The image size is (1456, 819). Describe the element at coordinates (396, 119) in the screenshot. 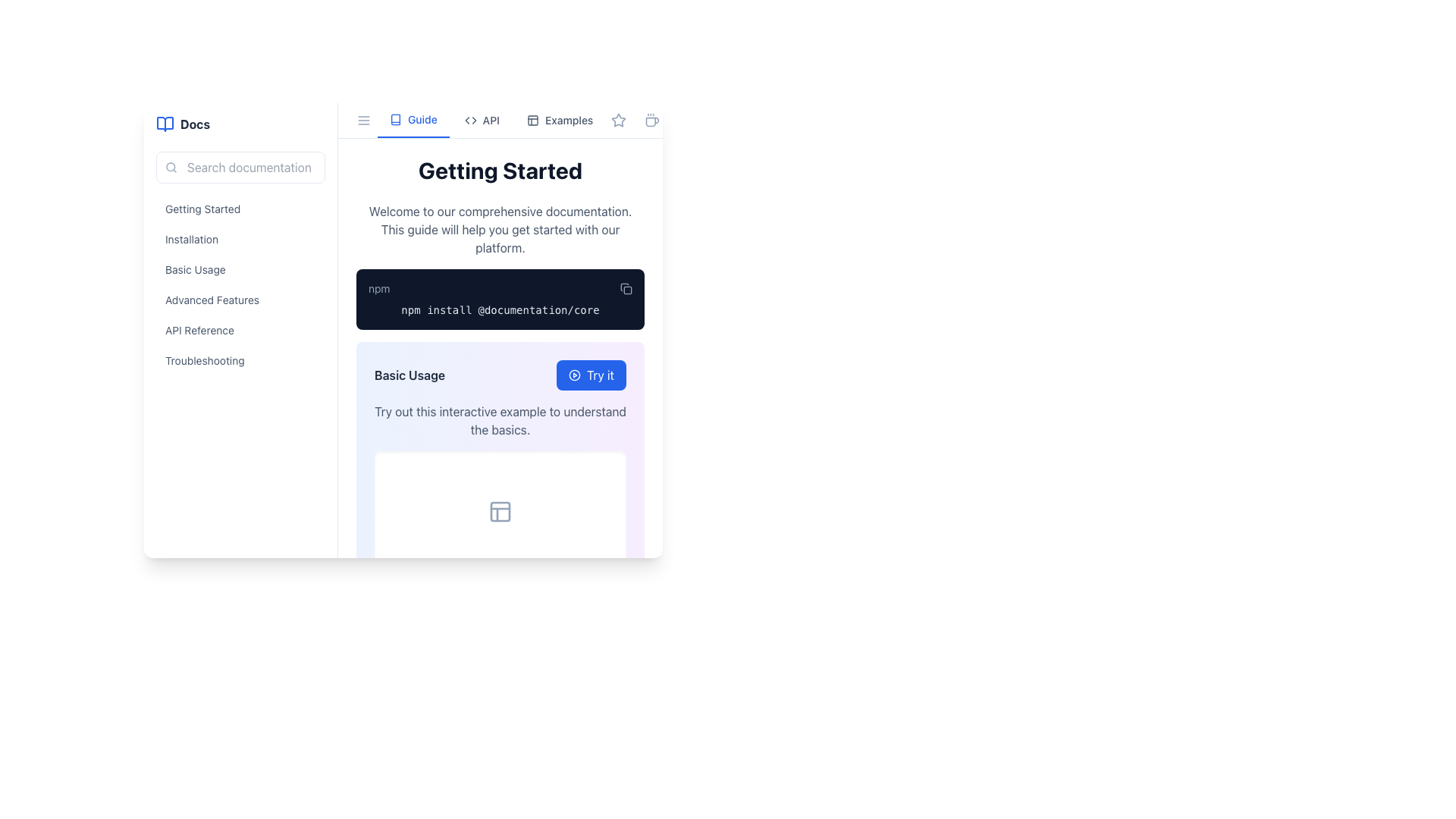

I see `the open book icon associated with the 'Guide' text in the navigation bar` at that location.